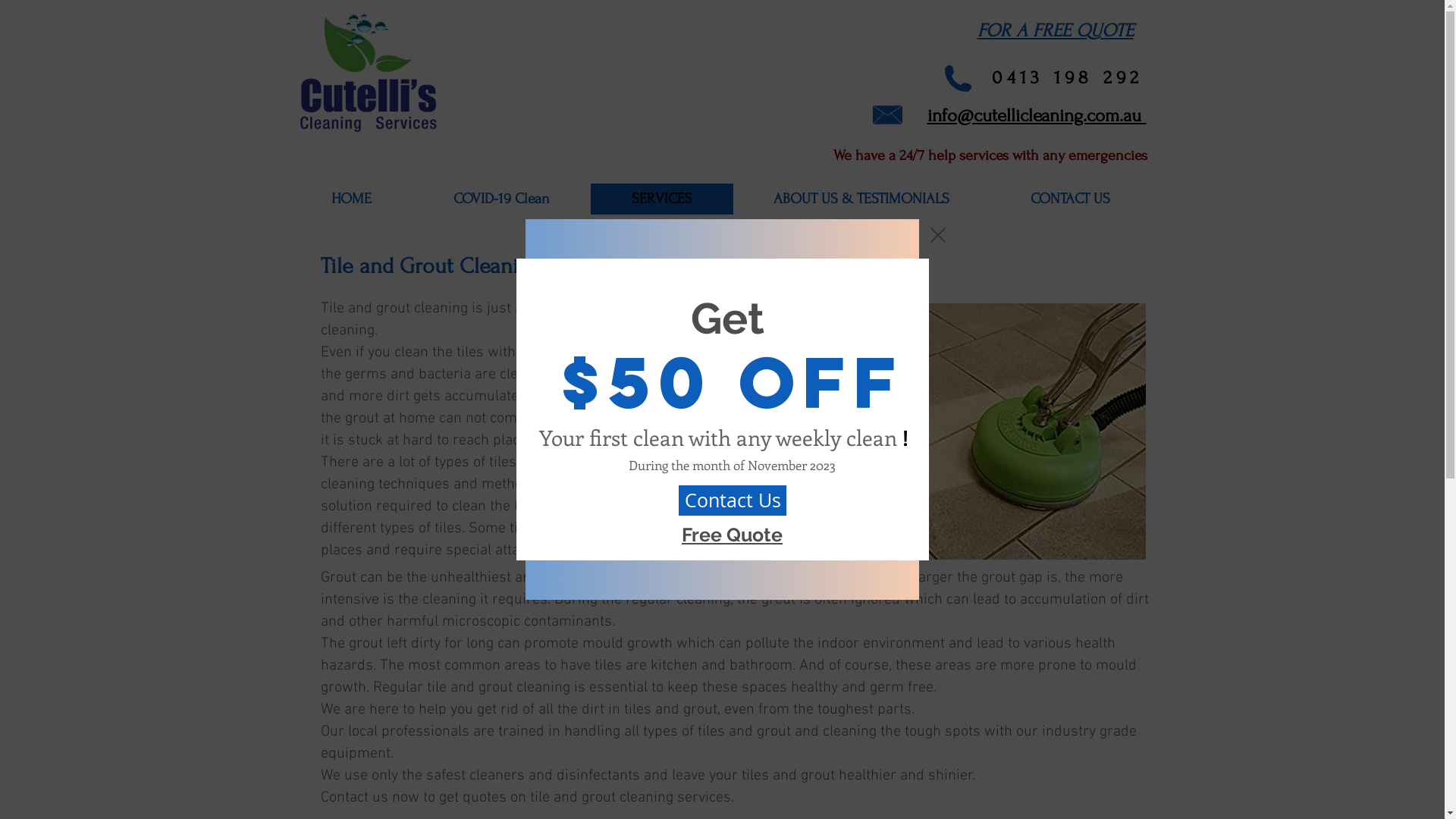 This screenshot has width=1456, height=819. What do you see at coordinates (661, 198) in the screenshot?
I see `'SERVICES'` at bounding box center [661, 198].